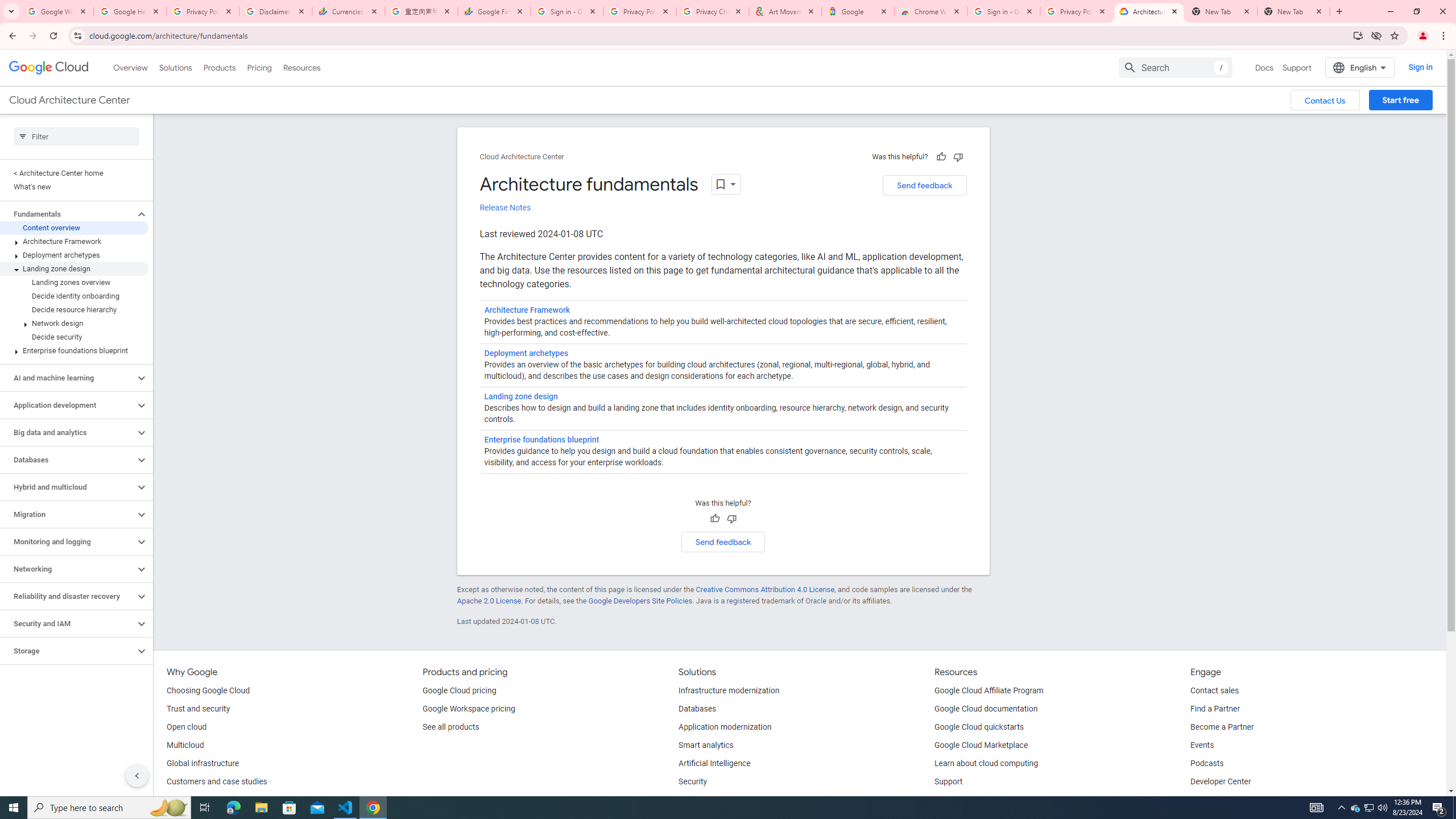 Image resolution: width=1456 pixels, height=819 pixels. Describe the element at coordinates (136, 775) in the screenshot. I see `'Hide side navigation'` at that location.